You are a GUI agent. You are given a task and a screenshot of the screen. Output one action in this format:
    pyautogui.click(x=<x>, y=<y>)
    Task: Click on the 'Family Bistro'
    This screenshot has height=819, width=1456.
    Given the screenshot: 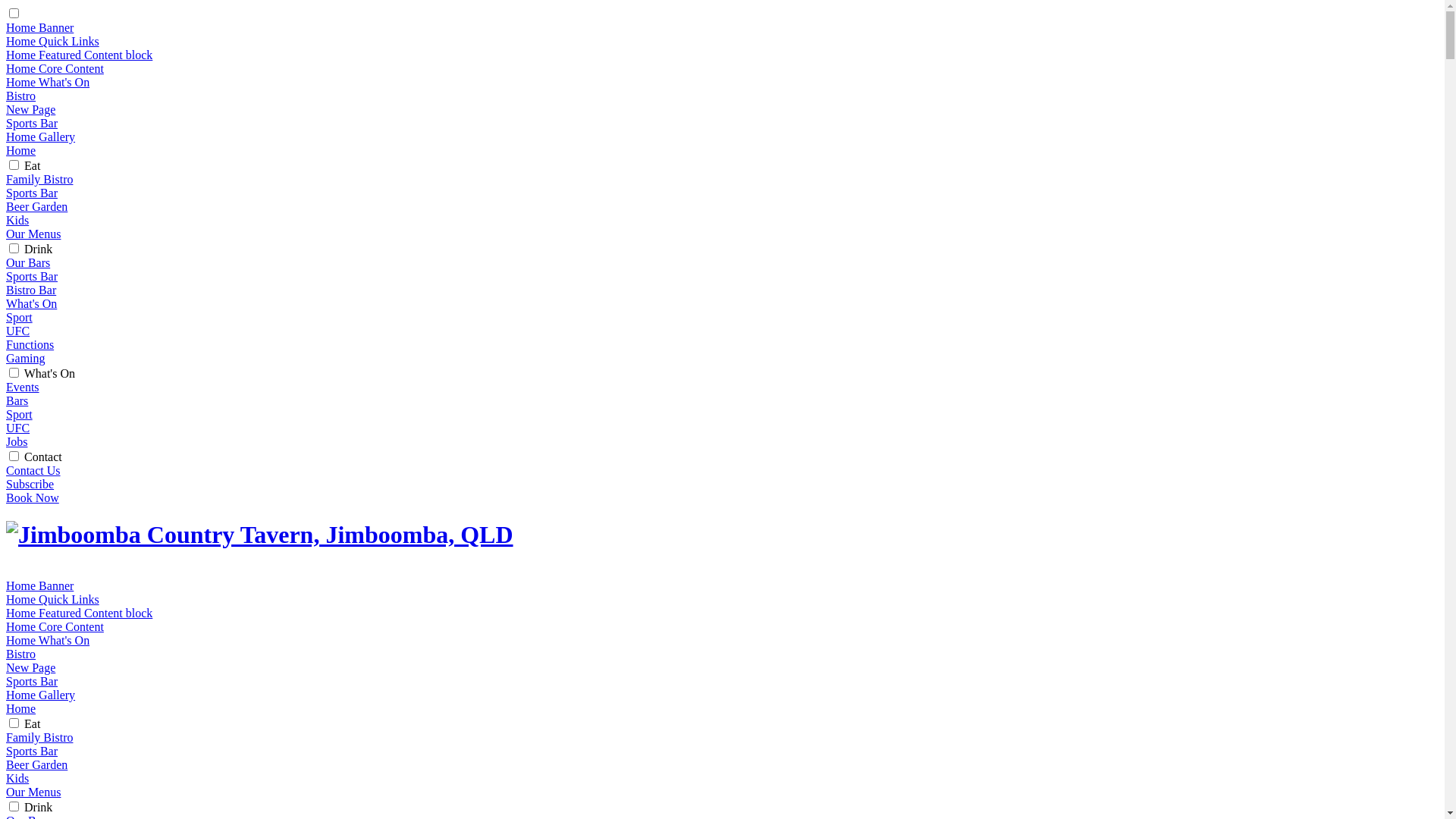 What is the action you would take?
    pyautogui.click(x=39, y=736)
    